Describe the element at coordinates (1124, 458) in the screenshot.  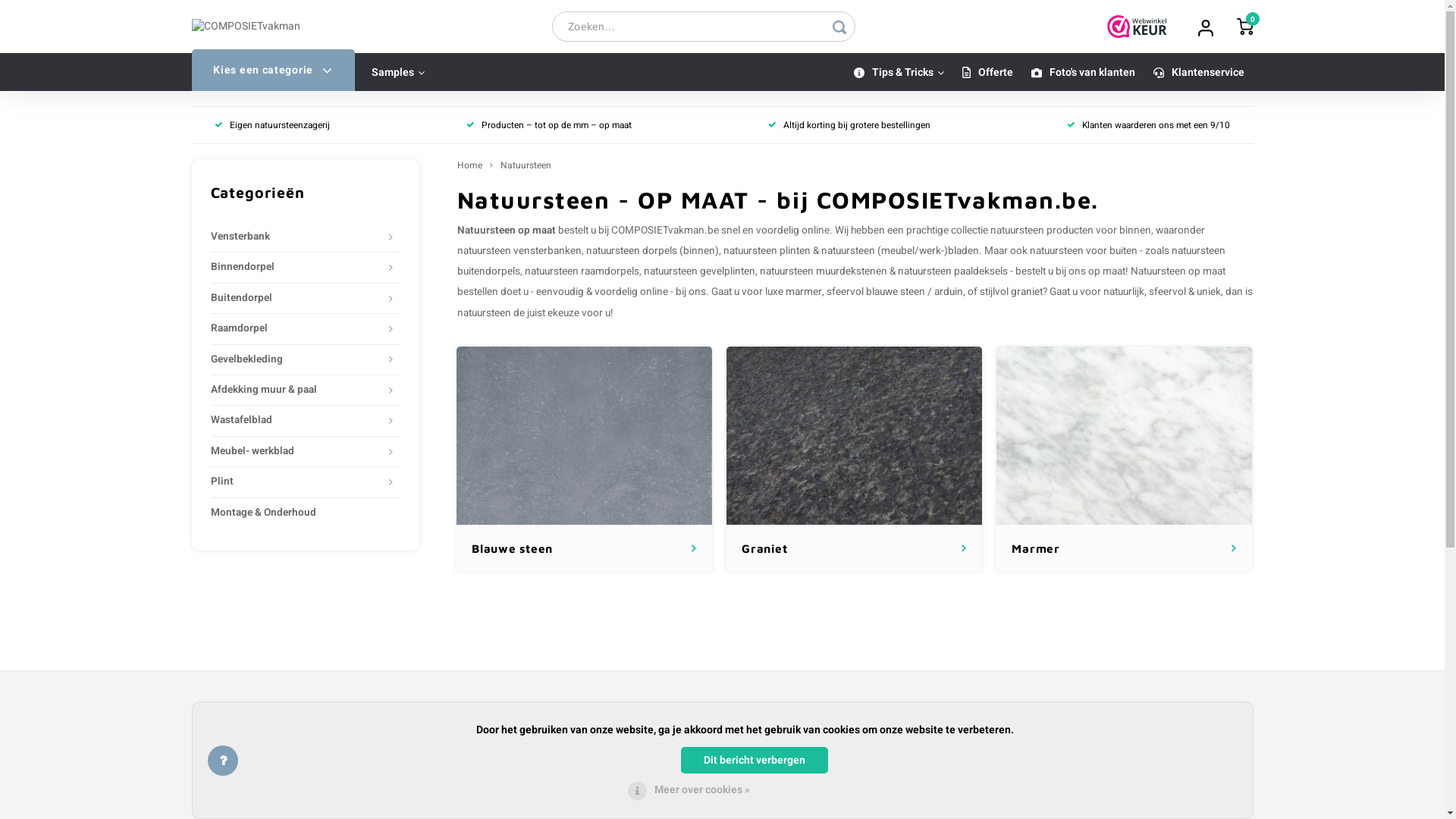
I see `'Marmer'` at that location.